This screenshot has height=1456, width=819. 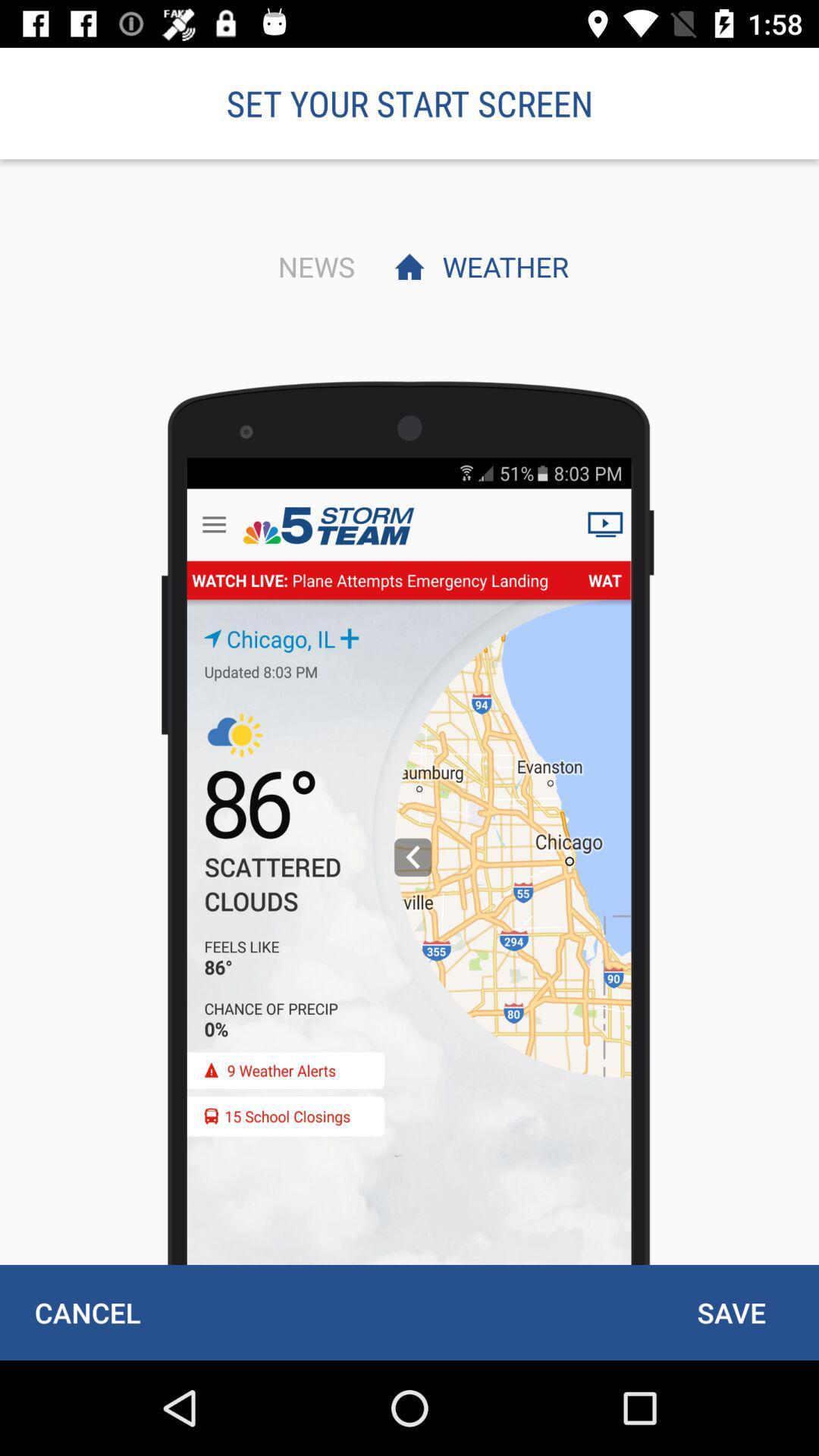 What do you see at coordinates (87, 1312) in the screenshot?
I see `cancel item` at bounding box center [87, 1312].